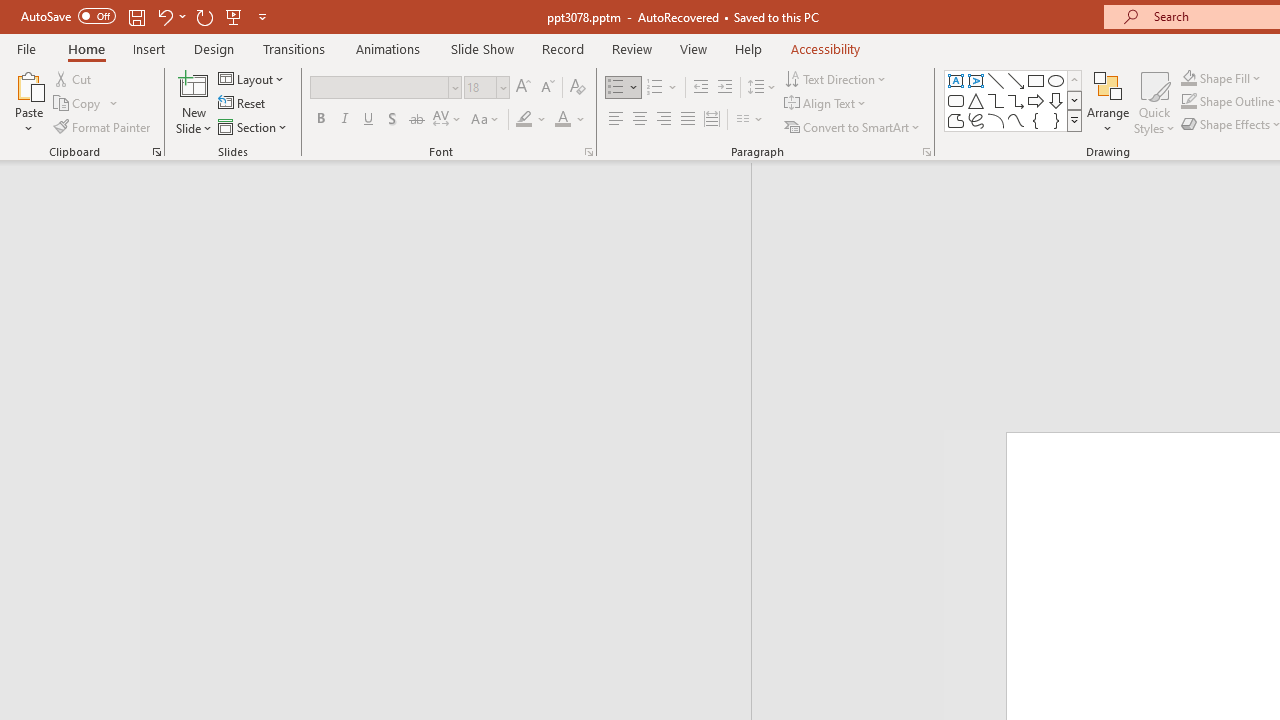  Describe the element at coordinates (976, 100) in the screenshot. I see `'Isosceles Triangle'` at that location.